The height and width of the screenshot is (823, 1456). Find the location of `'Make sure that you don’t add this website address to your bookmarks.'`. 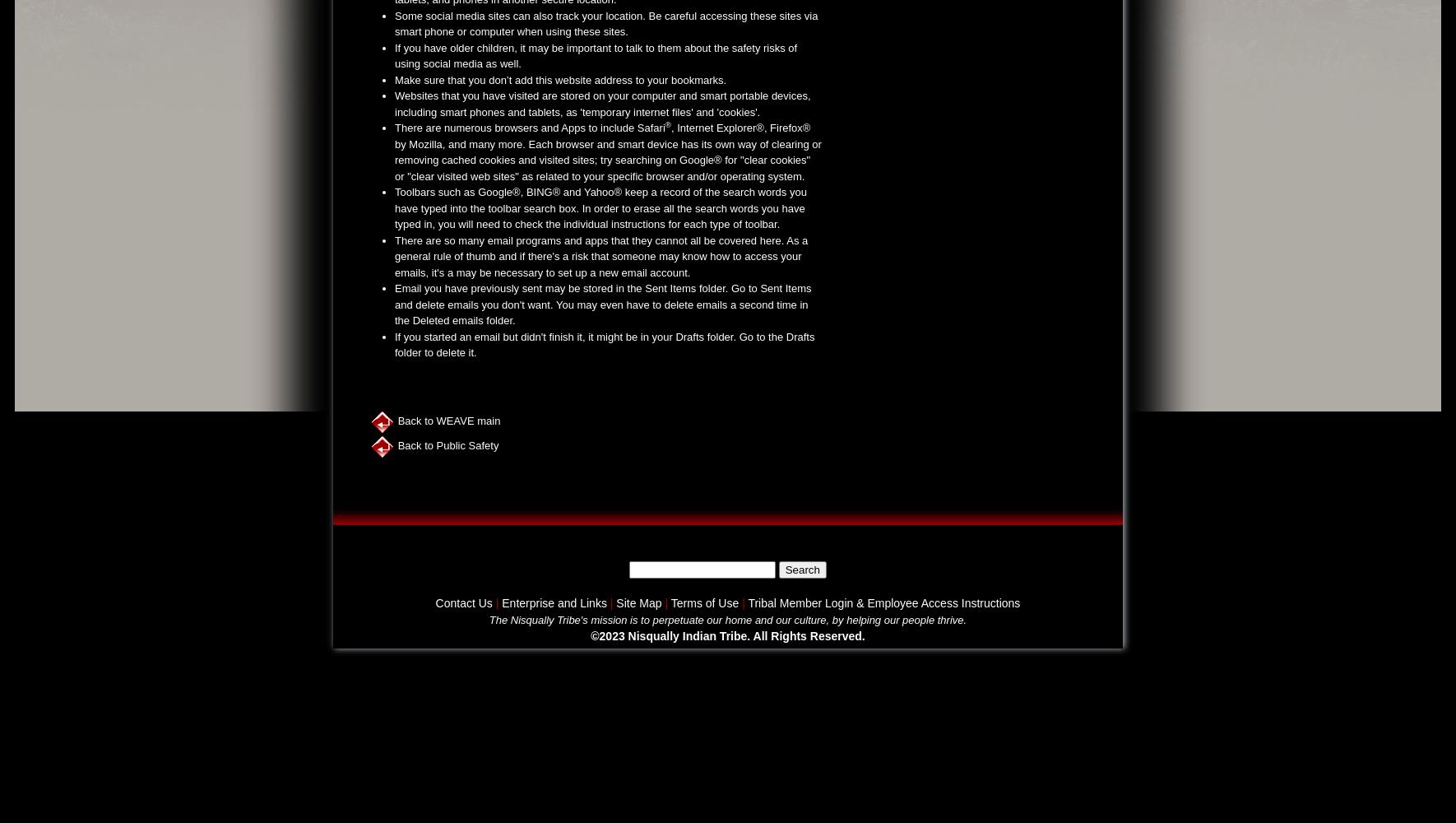

'Make sure that you don’t add this website address to your bookmarks.' is located at coordinates (559, 78).